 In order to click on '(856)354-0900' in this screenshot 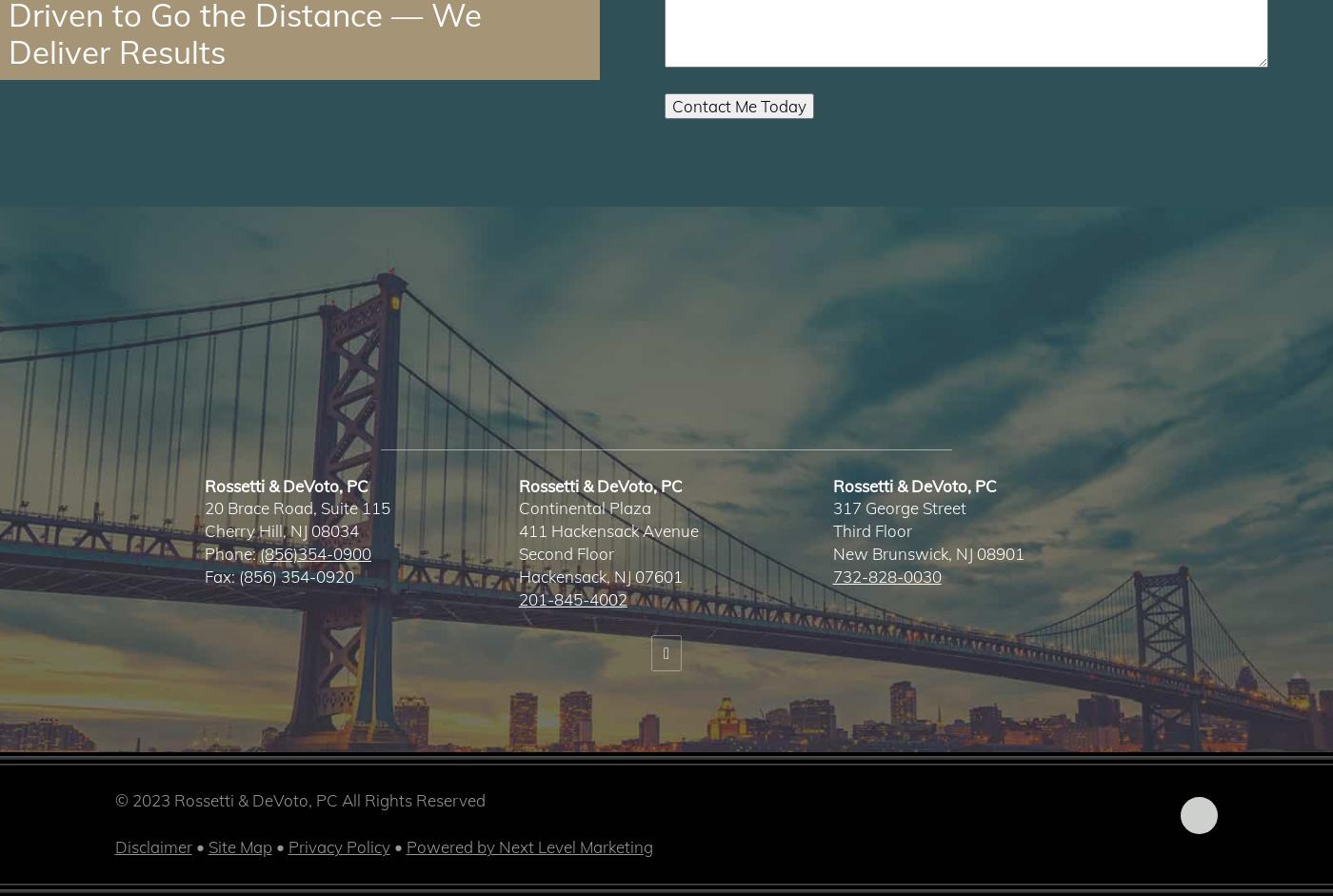, I will do `click(315, 552)`.